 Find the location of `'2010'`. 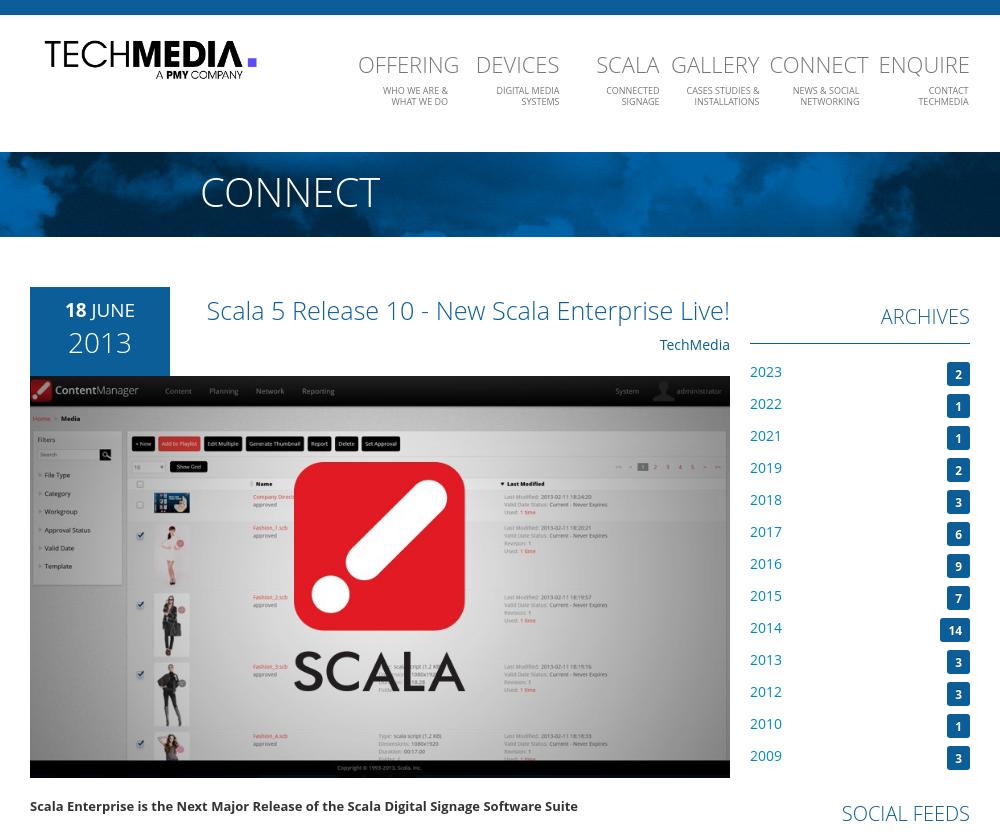

'2010' is located at coordinates (766, 722).